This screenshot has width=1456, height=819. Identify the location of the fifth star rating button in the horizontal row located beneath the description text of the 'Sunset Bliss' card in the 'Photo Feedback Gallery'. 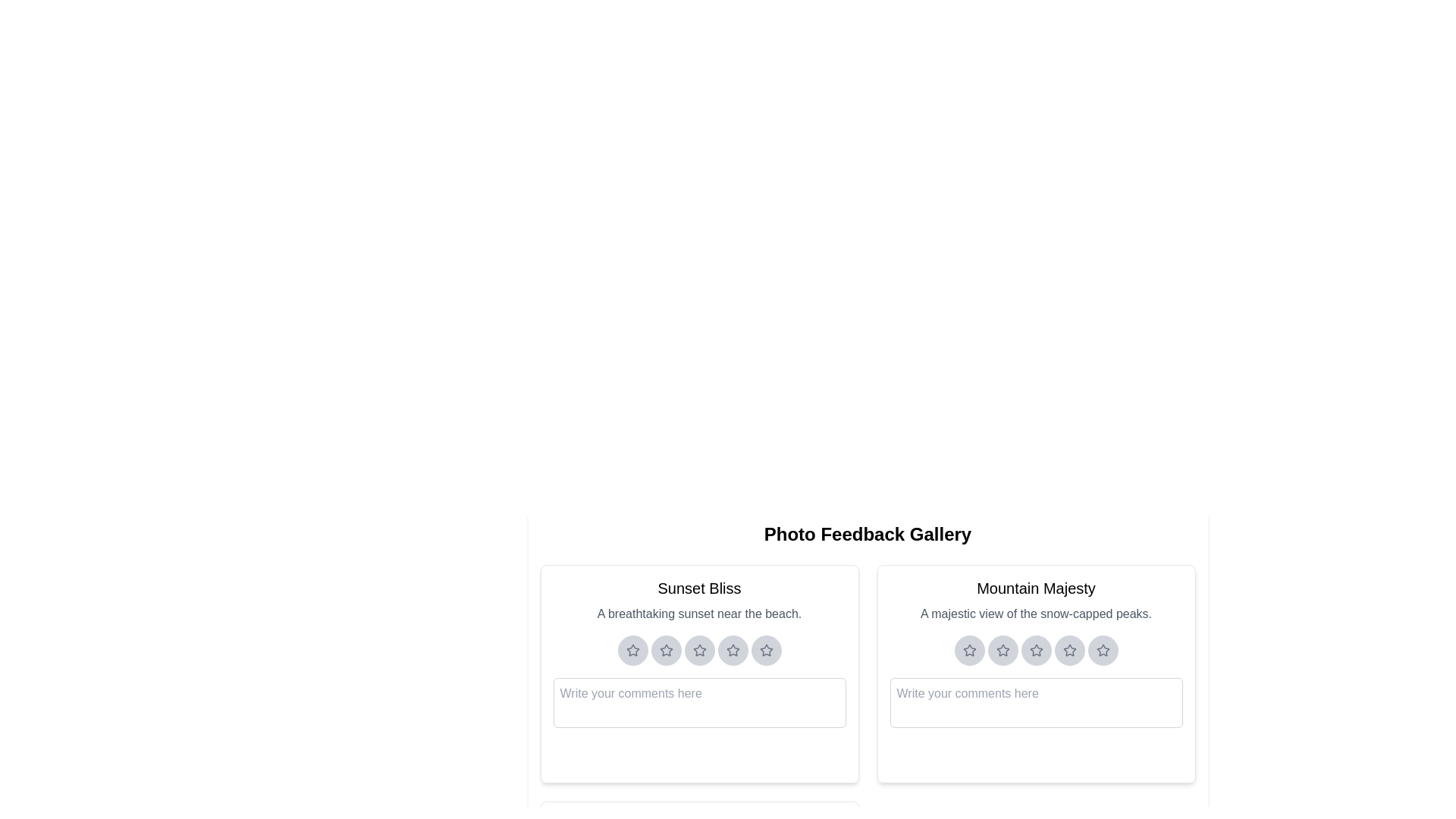
(766, 649).